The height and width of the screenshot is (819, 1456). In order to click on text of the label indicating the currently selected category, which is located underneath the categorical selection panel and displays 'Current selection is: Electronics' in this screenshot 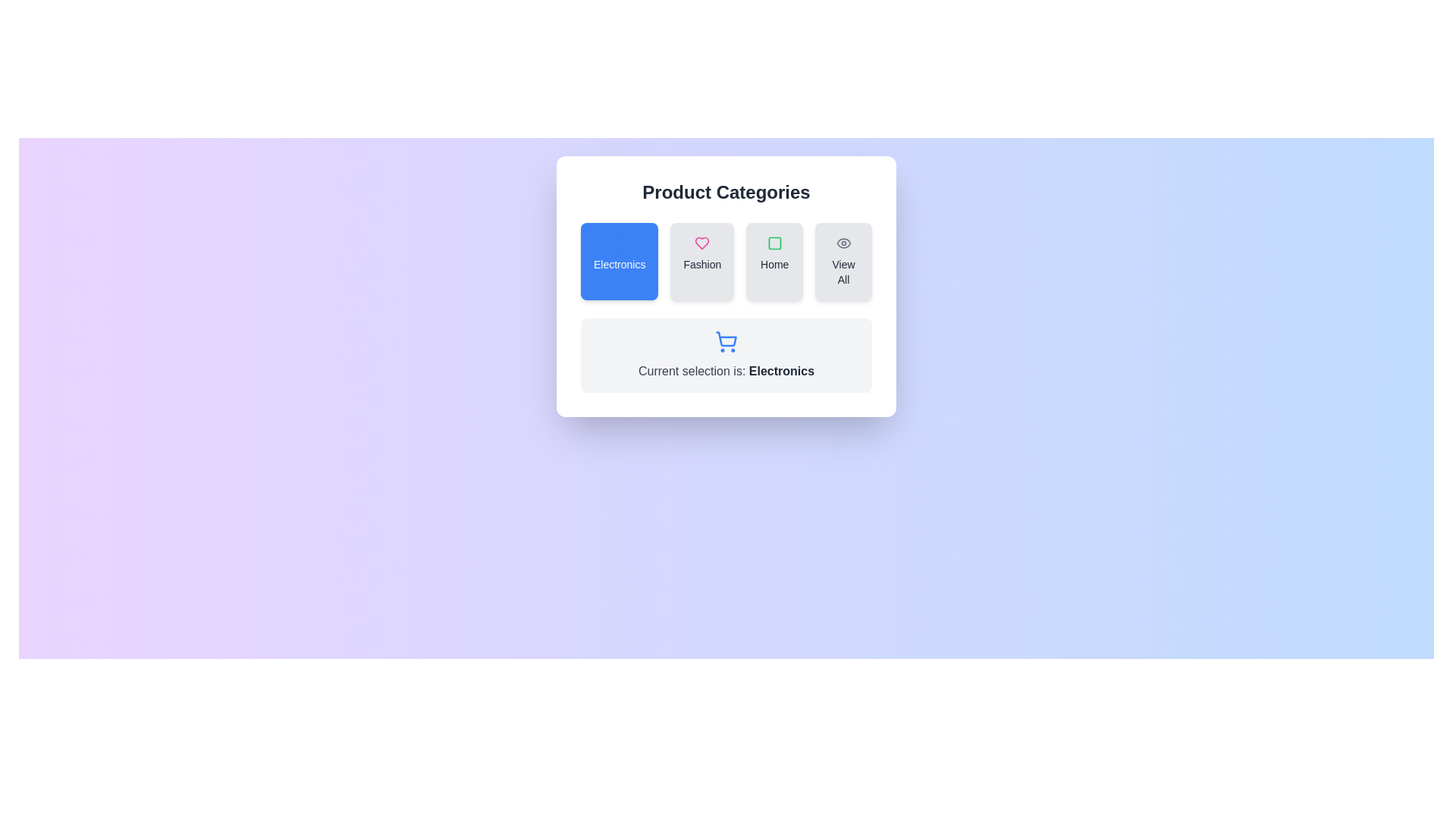, I will do `click(781, 371)`.